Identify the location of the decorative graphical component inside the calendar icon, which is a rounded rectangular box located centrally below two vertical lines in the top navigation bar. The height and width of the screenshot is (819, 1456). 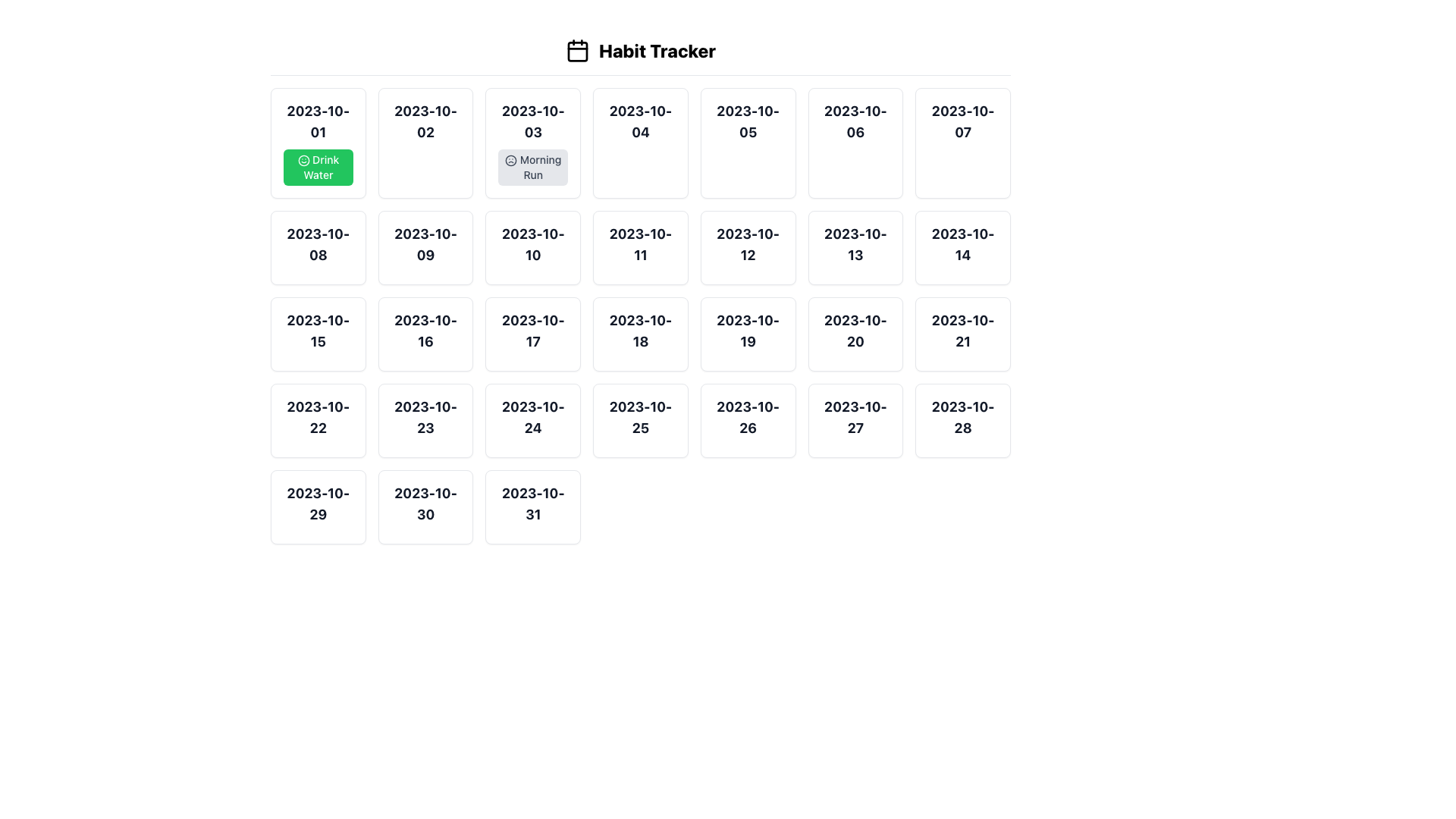
(577, 51).